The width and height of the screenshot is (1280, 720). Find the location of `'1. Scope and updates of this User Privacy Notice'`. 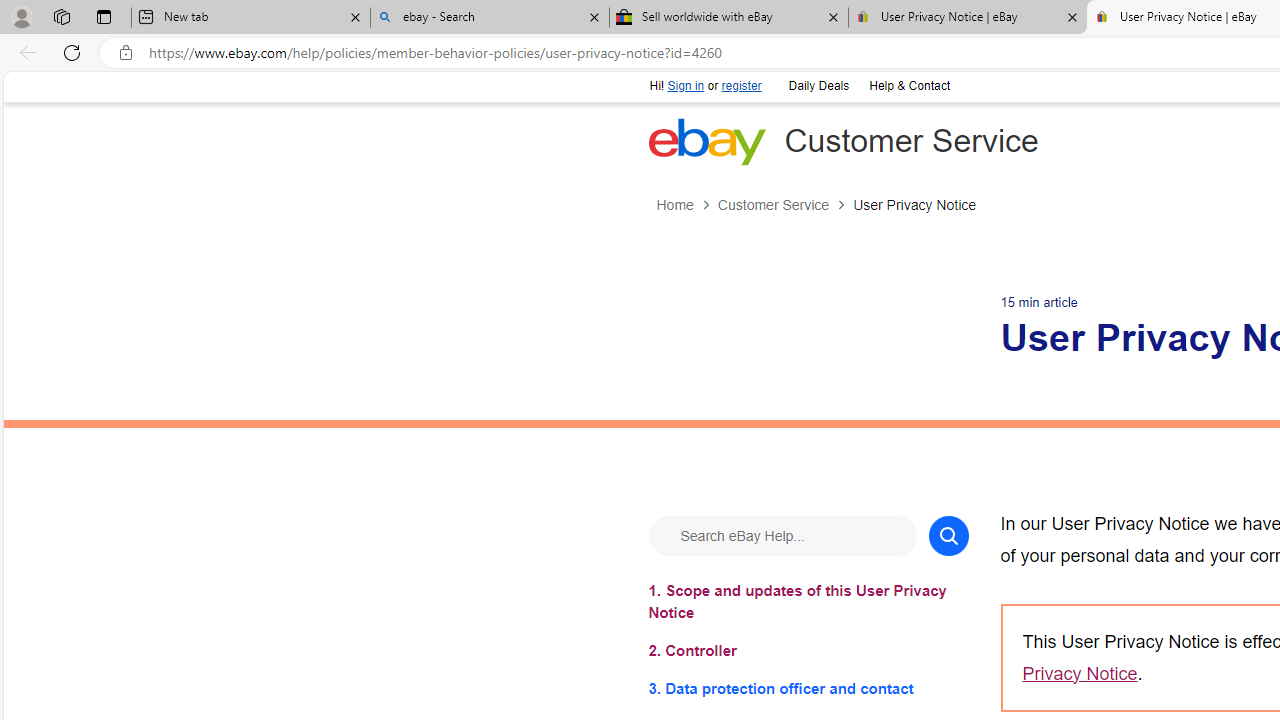

'1. Scope and updates of this User Privacy Notice' is located at coordinates (808, 600).